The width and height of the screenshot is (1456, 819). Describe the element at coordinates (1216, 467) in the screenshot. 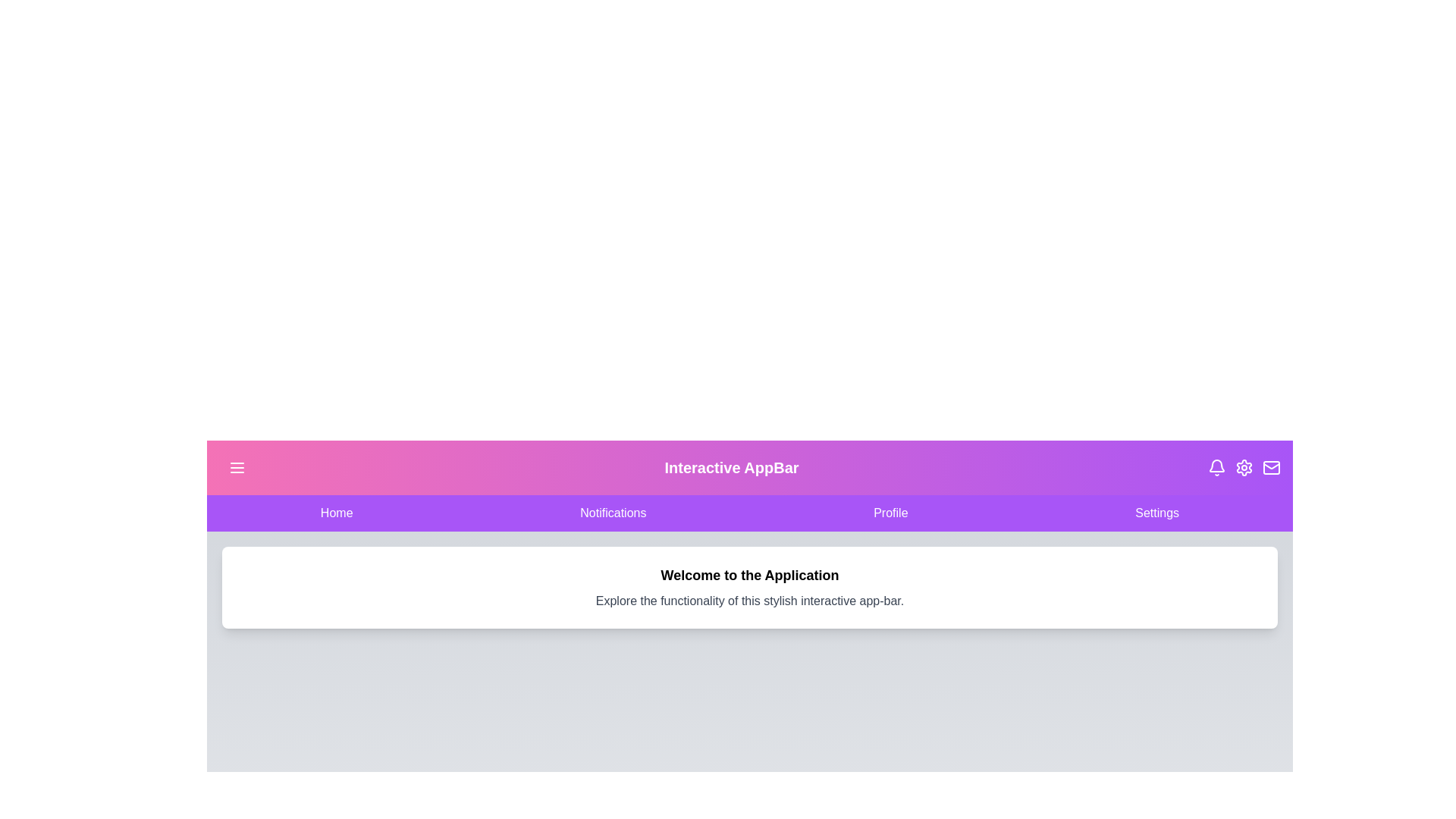

I see `the Bell icon to check notifications` at that location.